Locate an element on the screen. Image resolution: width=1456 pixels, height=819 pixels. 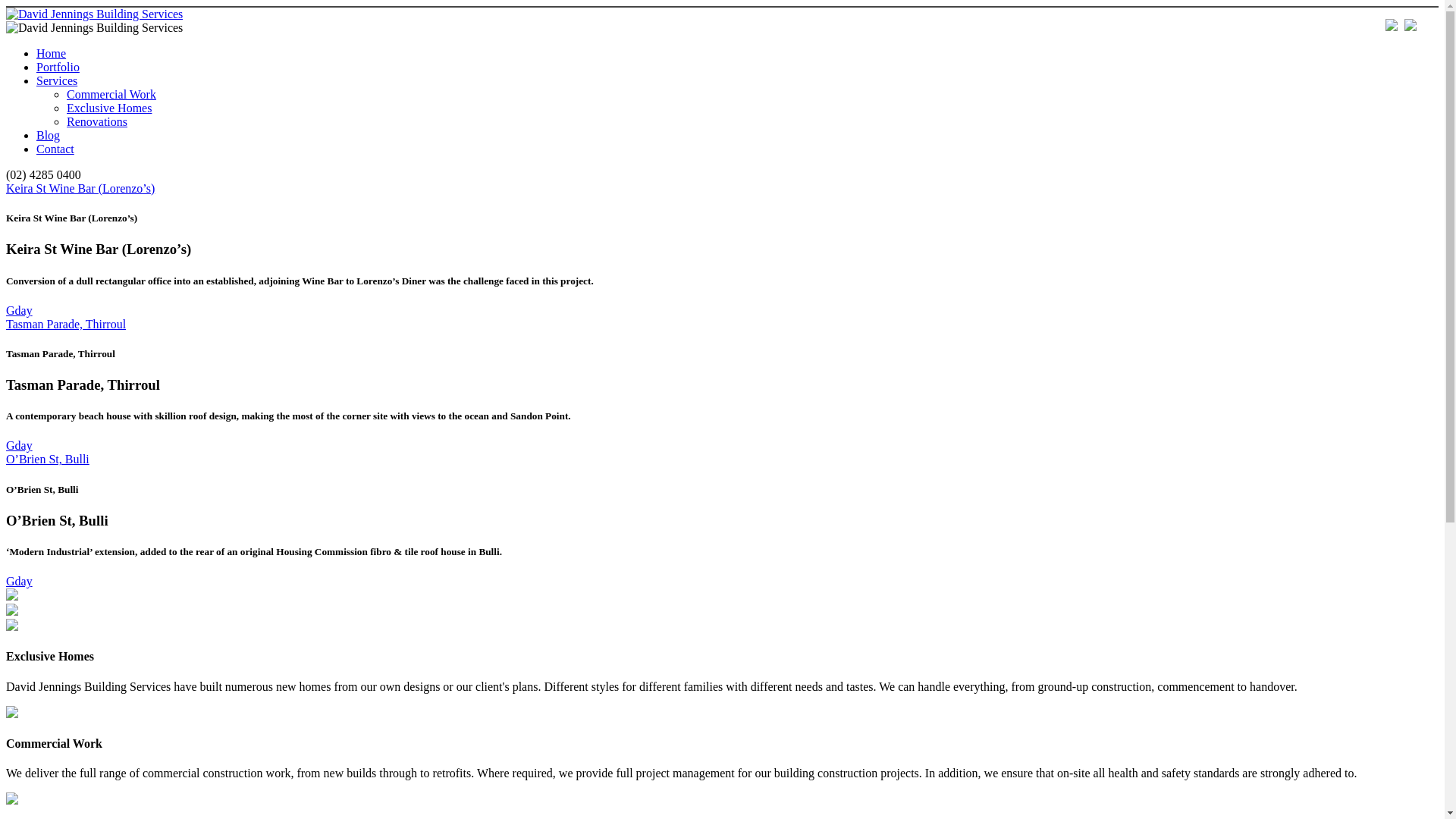
'Blog' is located at coordinates (48, 134).